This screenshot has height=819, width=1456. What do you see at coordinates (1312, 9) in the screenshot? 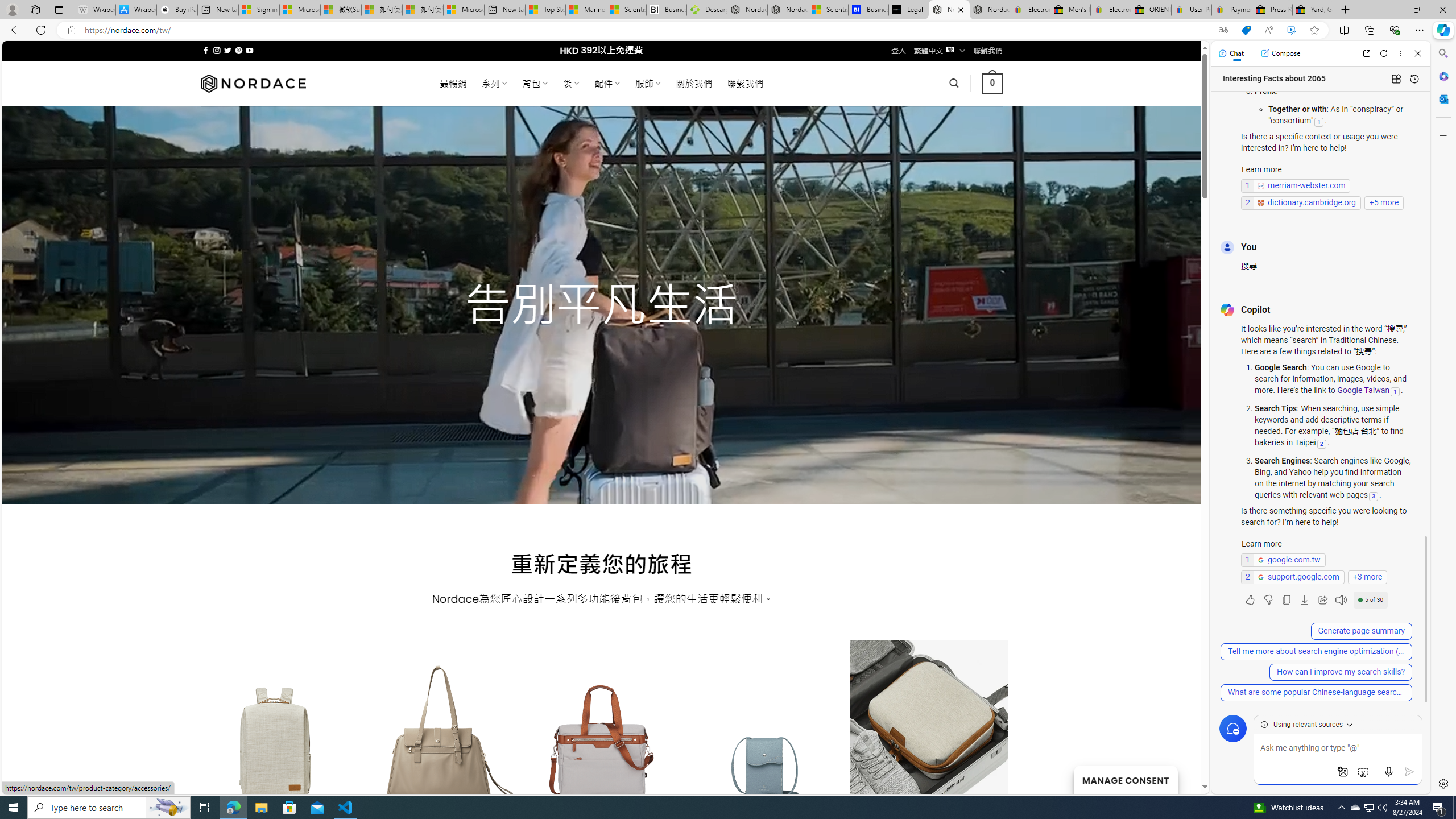
I see `'Yard, Garden & Outdoor Living'` at bounding box center [1312, 9].